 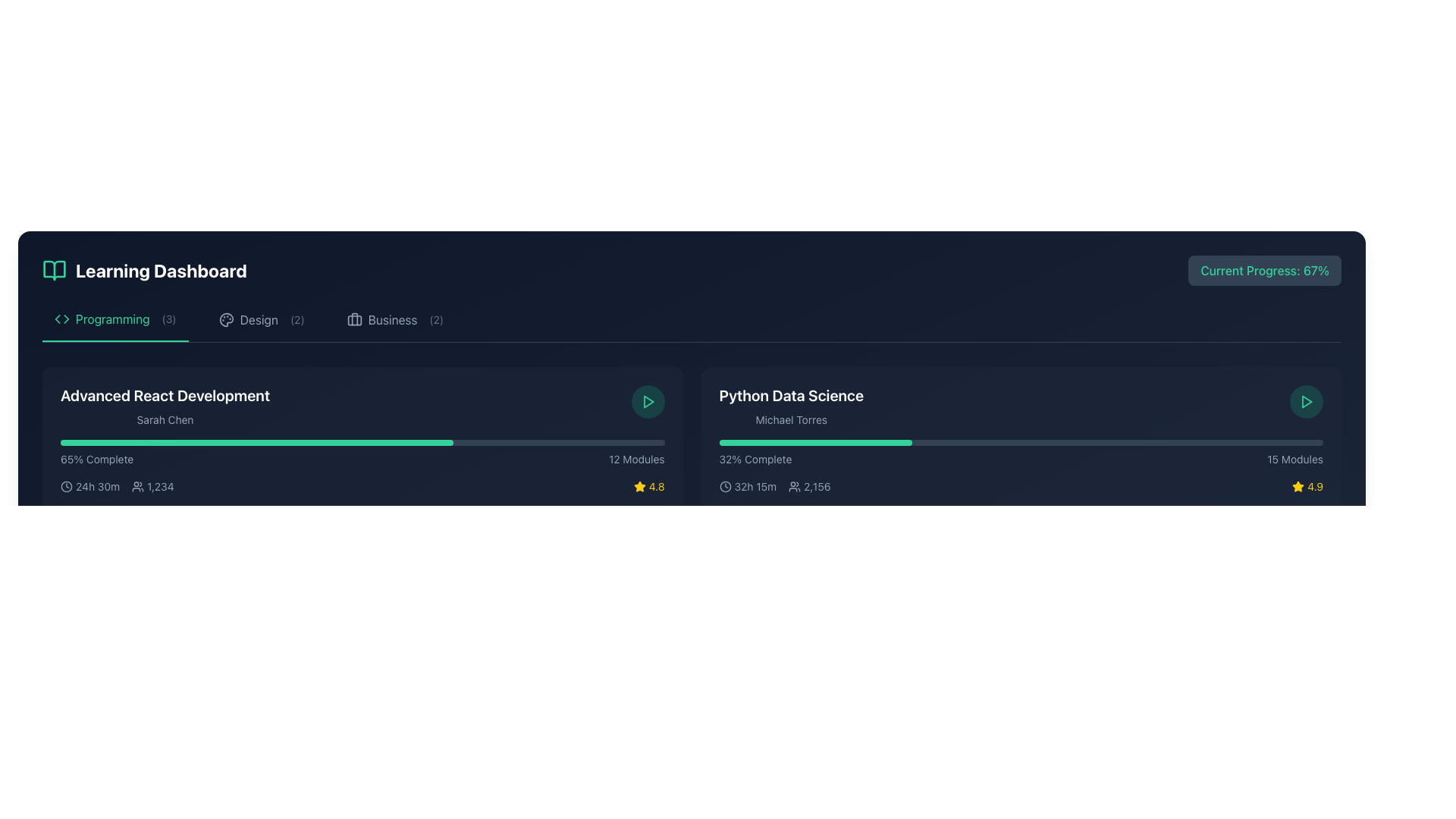 I want to click on the filled portion of the progress bar indicating 65% completion in the 'Advanced React Development' section, so click(x=256, y=442).